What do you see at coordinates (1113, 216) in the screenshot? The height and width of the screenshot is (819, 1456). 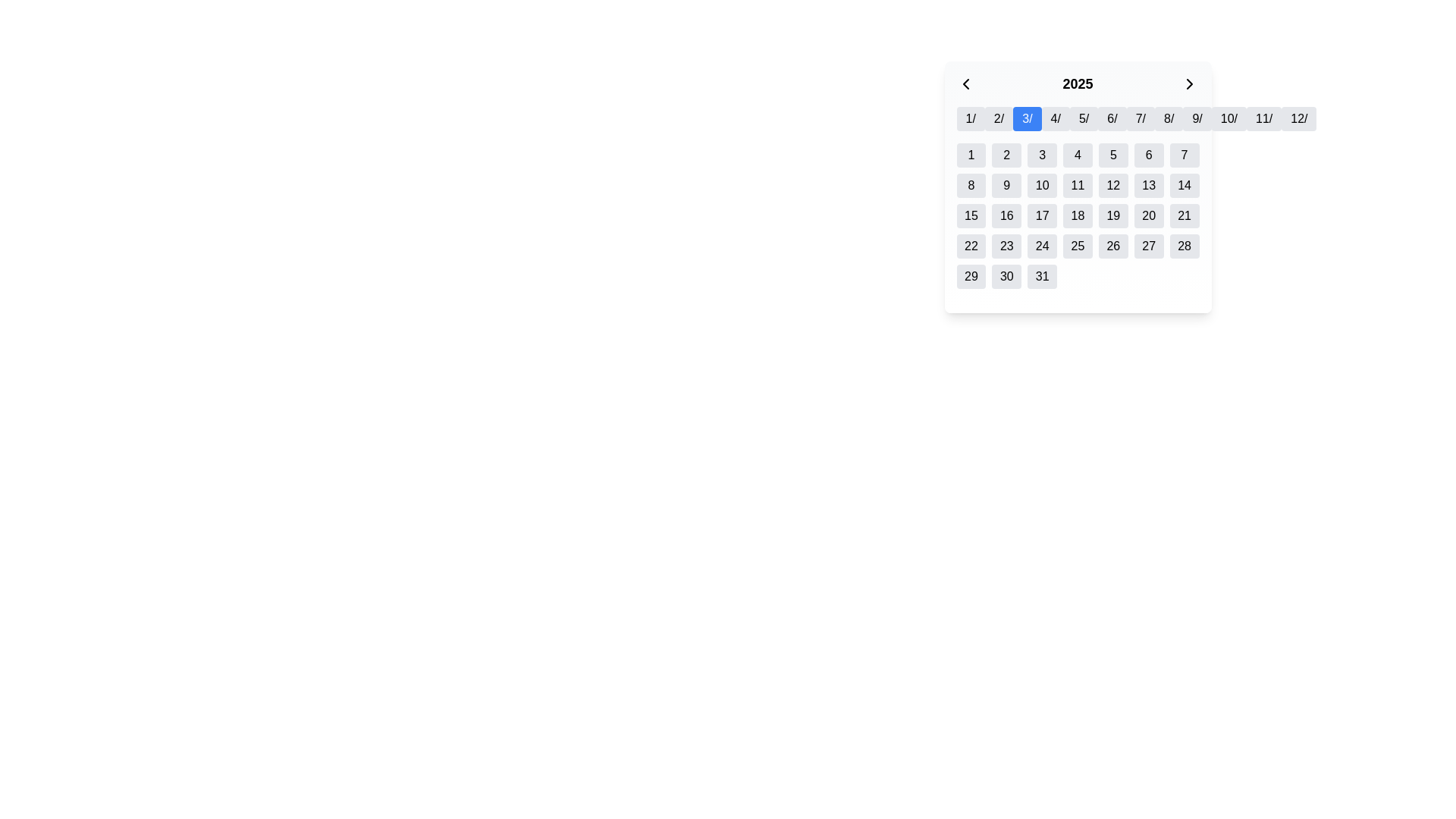 I see `the rounded rectangular button labeled '19' in the date picker interface` at bounding box center [1113, 216].